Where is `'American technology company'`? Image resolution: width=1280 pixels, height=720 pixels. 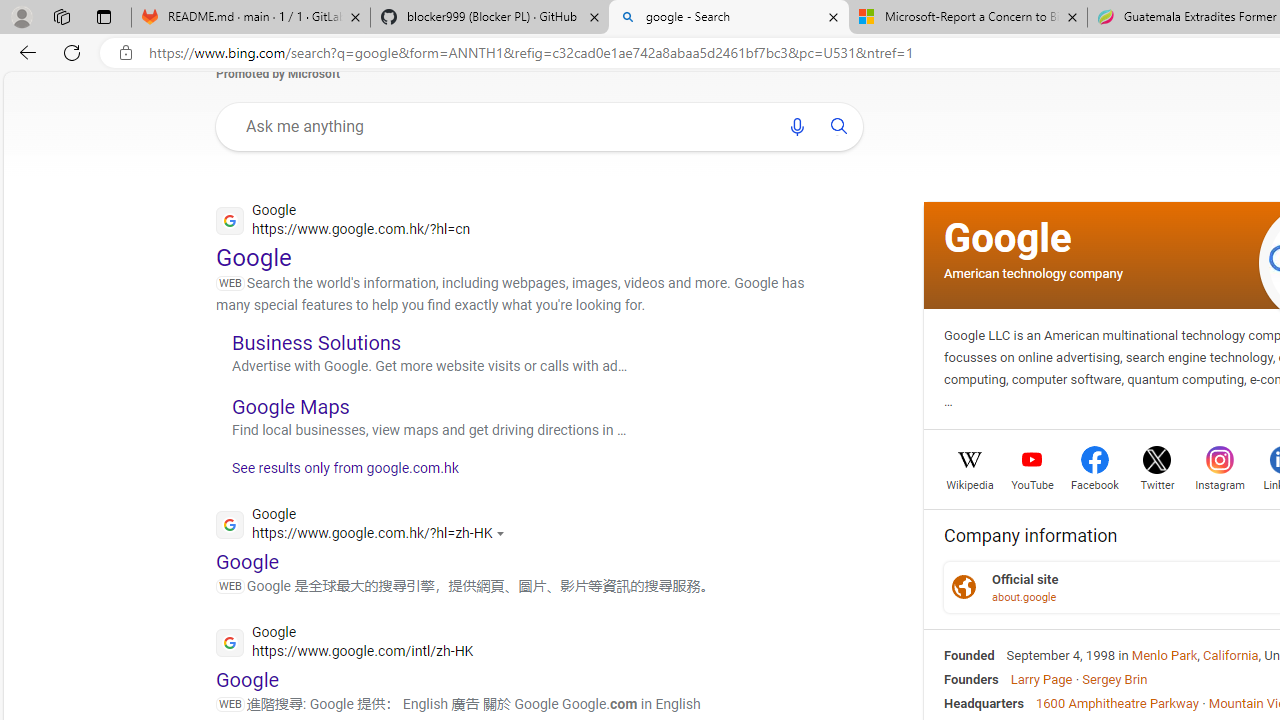
'American technology company' is located at coordinates (1033, 272).